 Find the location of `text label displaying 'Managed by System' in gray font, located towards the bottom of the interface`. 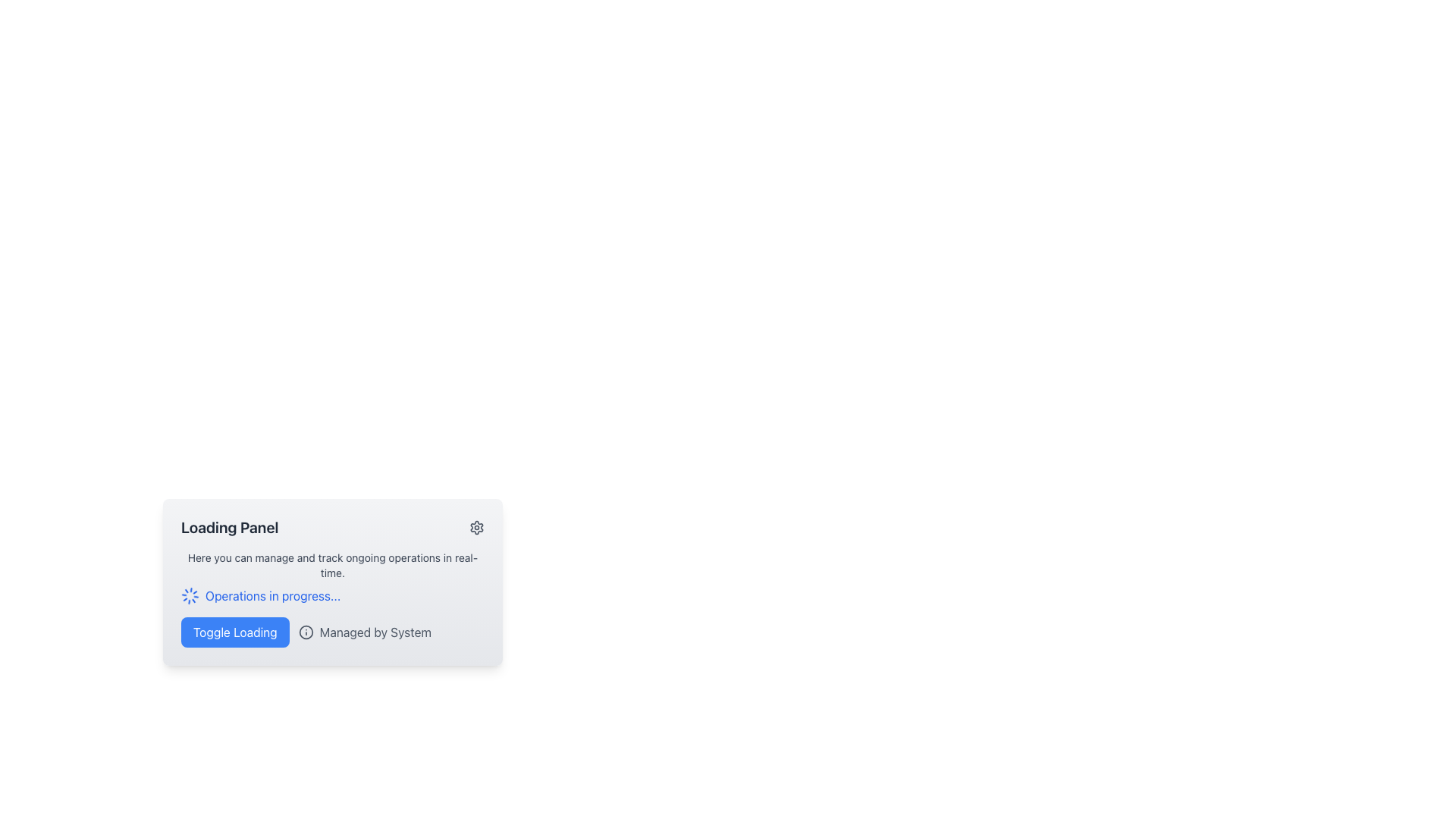

text label displaying 'Managed by System' in gray font, located towards the bottom of the interface is located at coordinates (375, 632).